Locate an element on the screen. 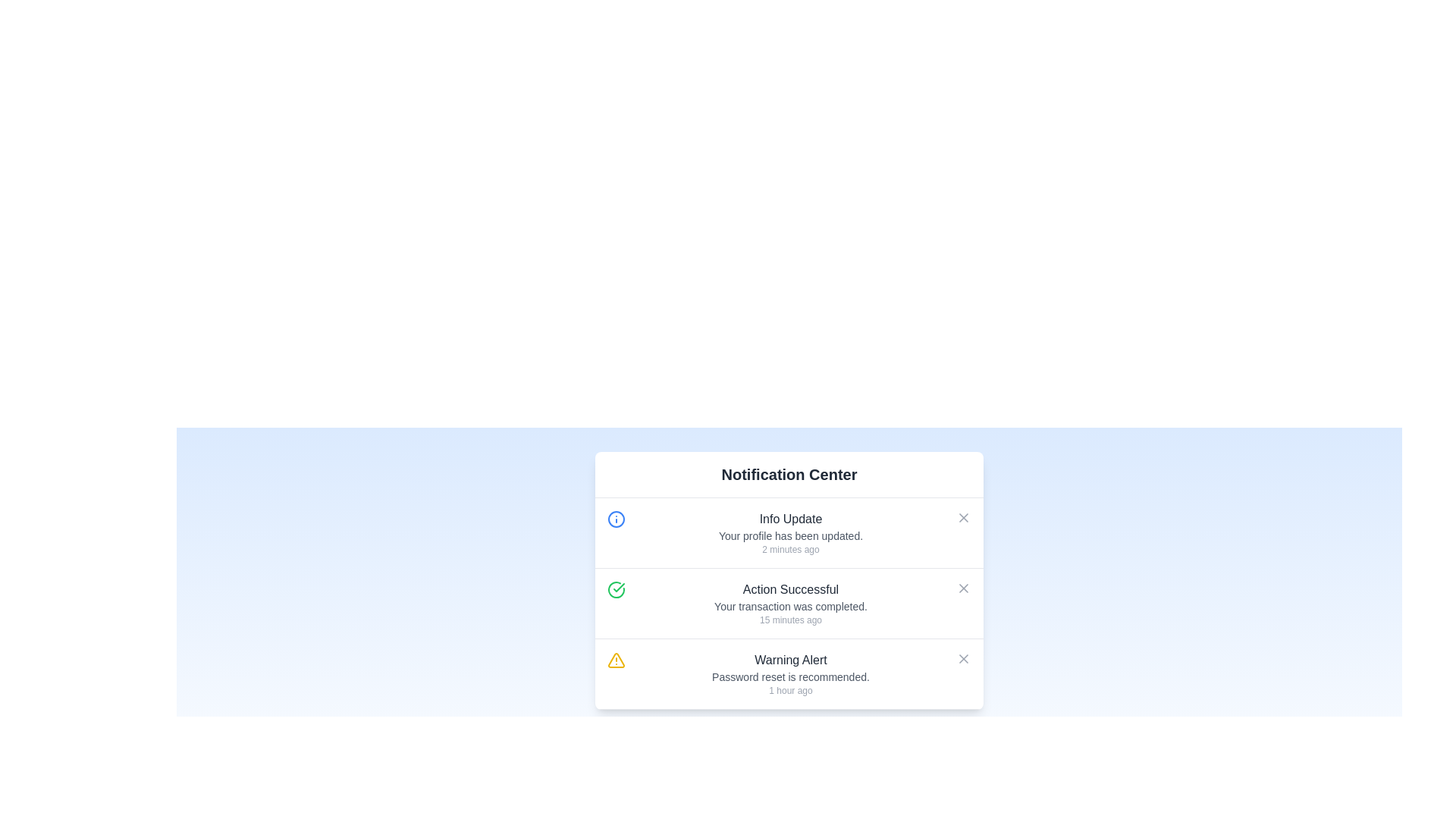 This screenshot has width=1456, height=819. the small gray 'X' icon button located in the bottom-right corner of the 'Warning Alert' notification card to change its color is located at coordinates (963, 657).